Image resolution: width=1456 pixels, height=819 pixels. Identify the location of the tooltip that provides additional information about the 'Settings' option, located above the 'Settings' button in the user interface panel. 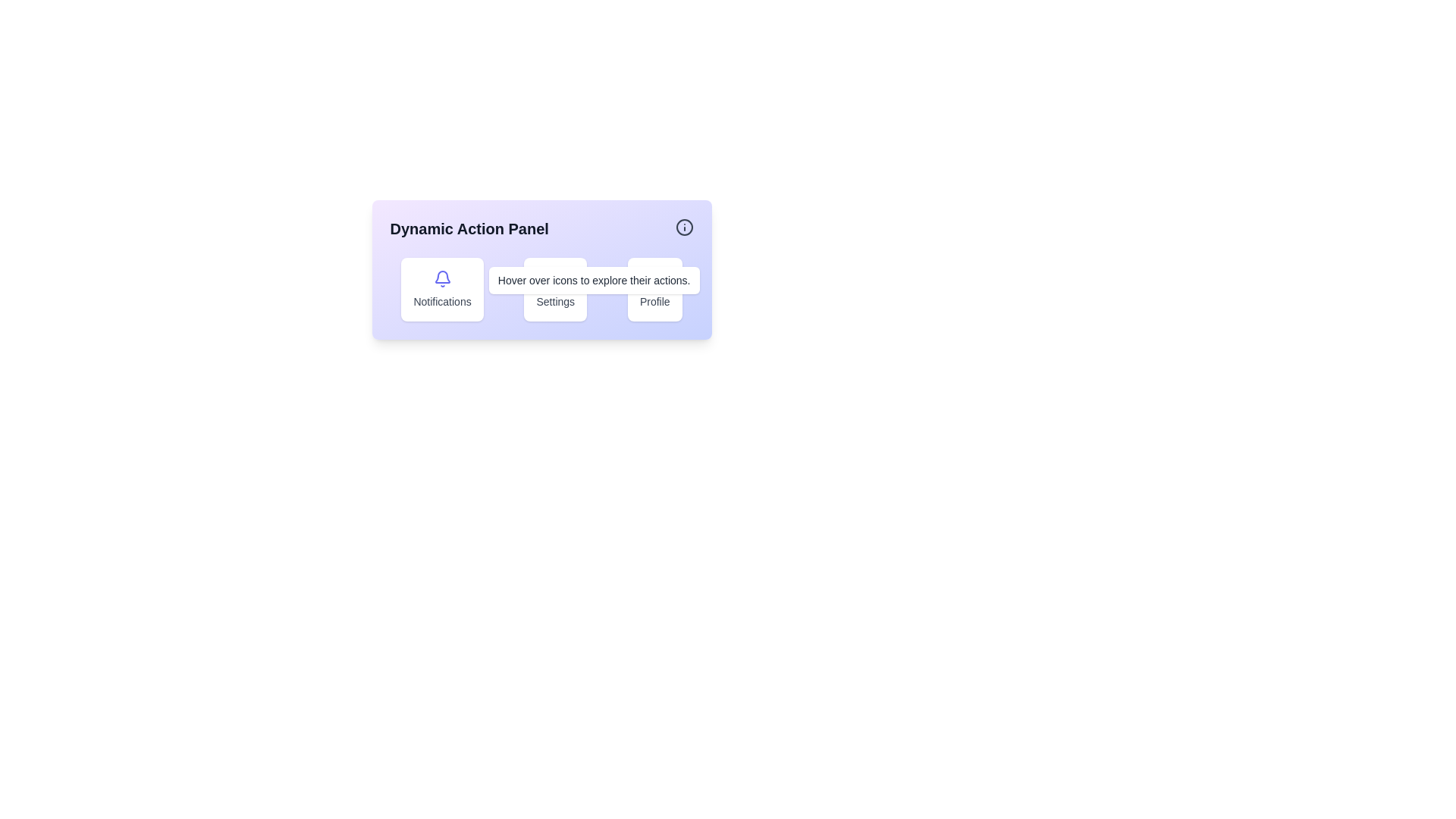
(554, 253).